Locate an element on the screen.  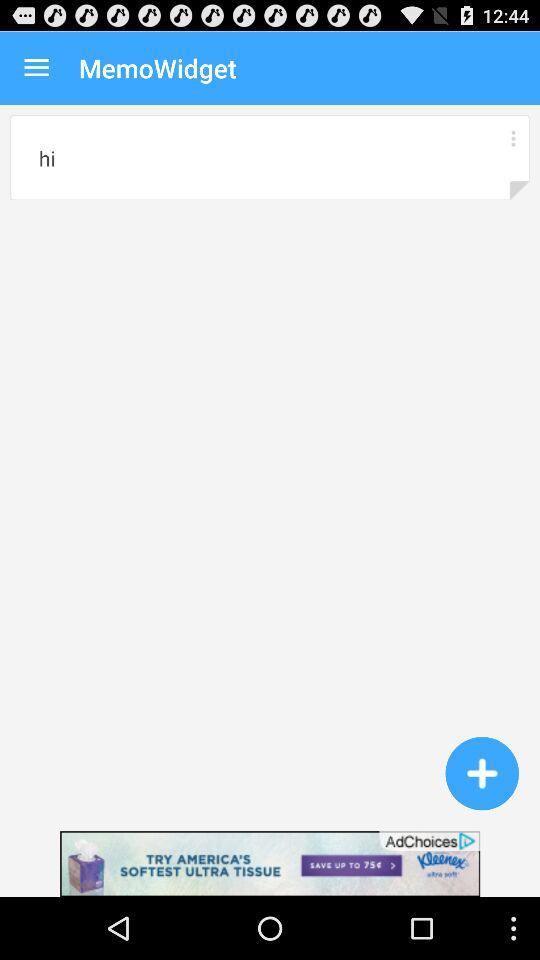
settings options is located at coordinates (513, 137).